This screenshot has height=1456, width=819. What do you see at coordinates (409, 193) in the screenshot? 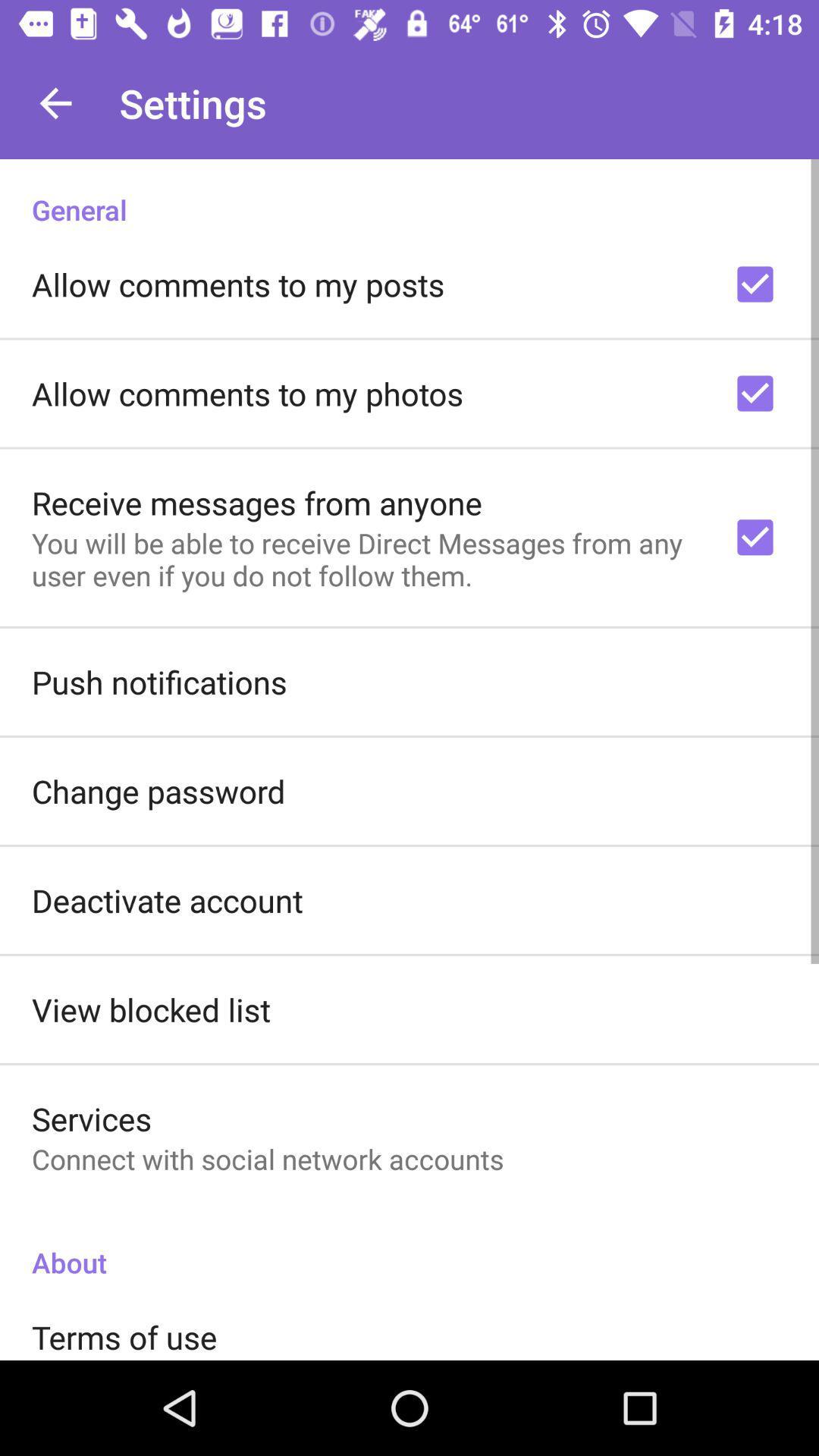
I see `the general icon` at bounding box center [409, 193].